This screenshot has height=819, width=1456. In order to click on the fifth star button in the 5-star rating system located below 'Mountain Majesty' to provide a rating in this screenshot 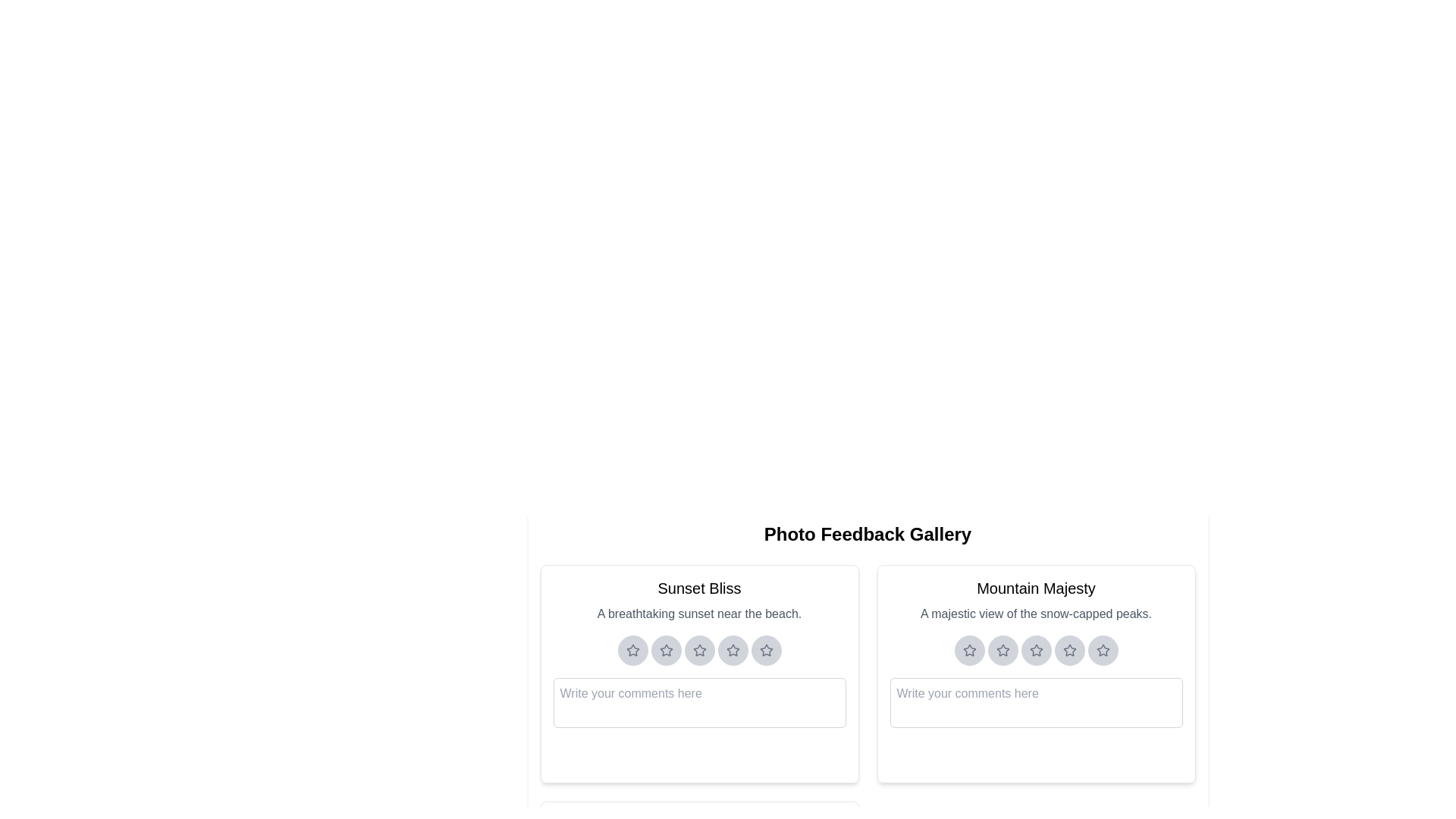, I will do `click(1103, 649)`.